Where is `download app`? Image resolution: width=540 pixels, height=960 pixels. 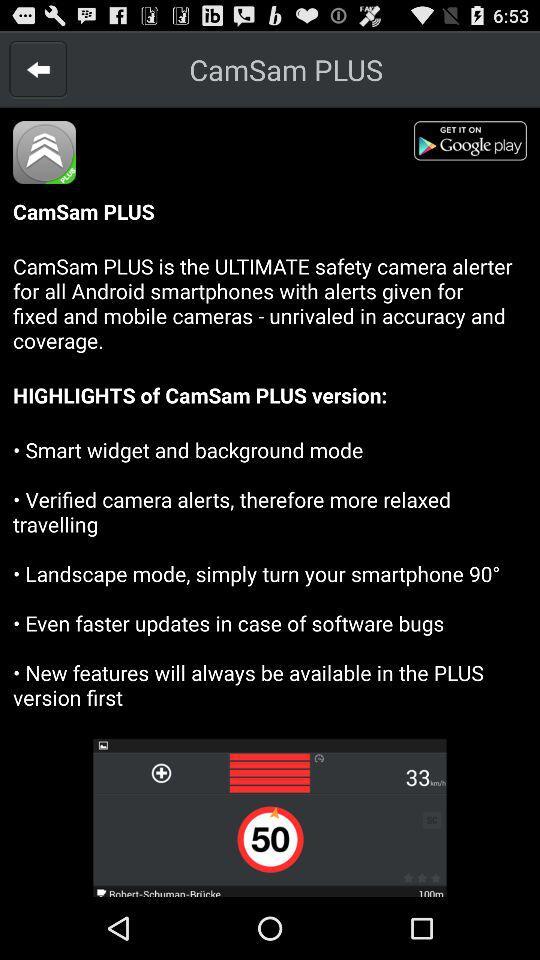 download app is located at coordinates (475, 143).